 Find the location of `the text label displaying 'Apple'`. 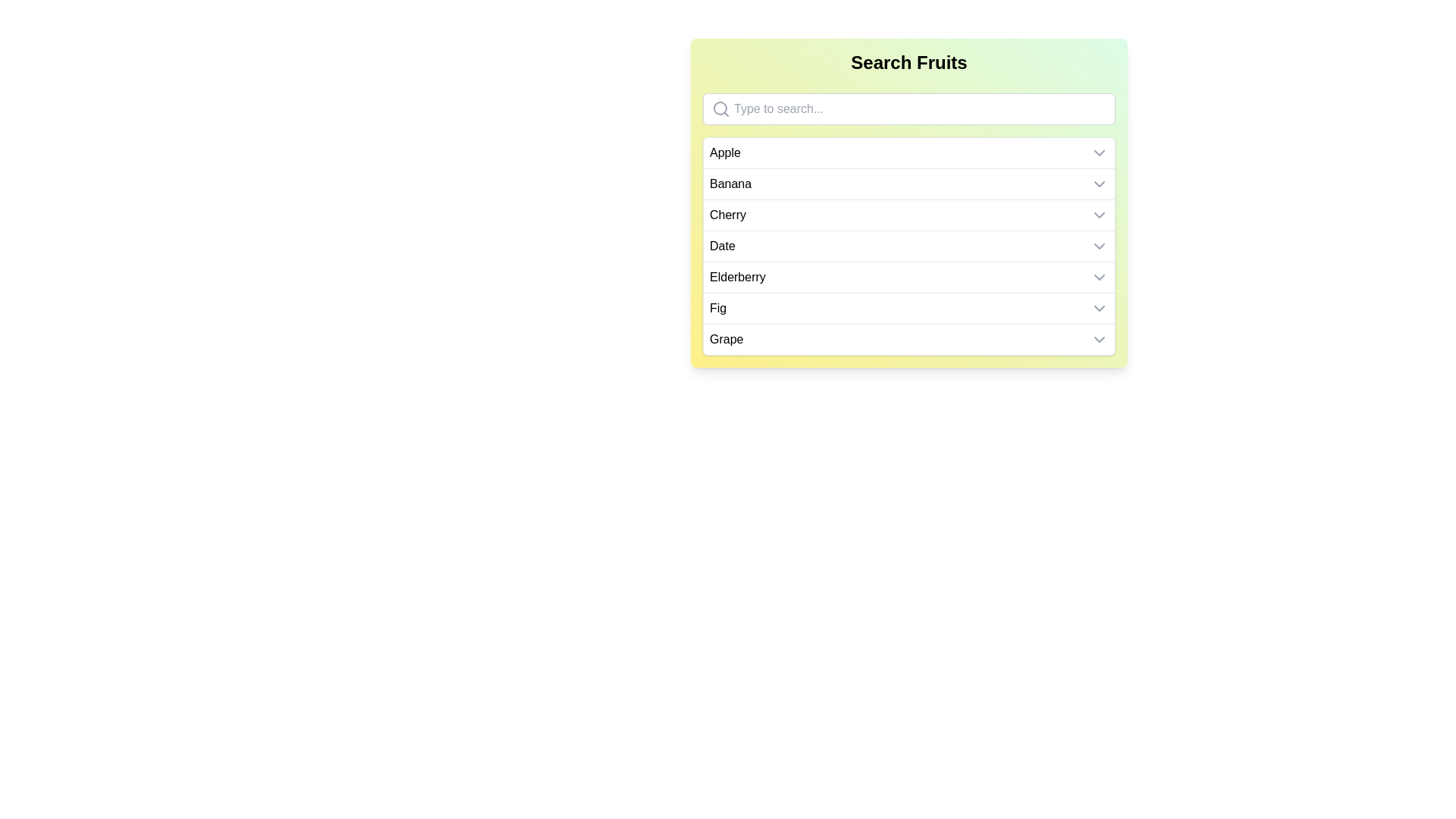

the text label displaying 'Apple' is located at coordinates (724, 152).